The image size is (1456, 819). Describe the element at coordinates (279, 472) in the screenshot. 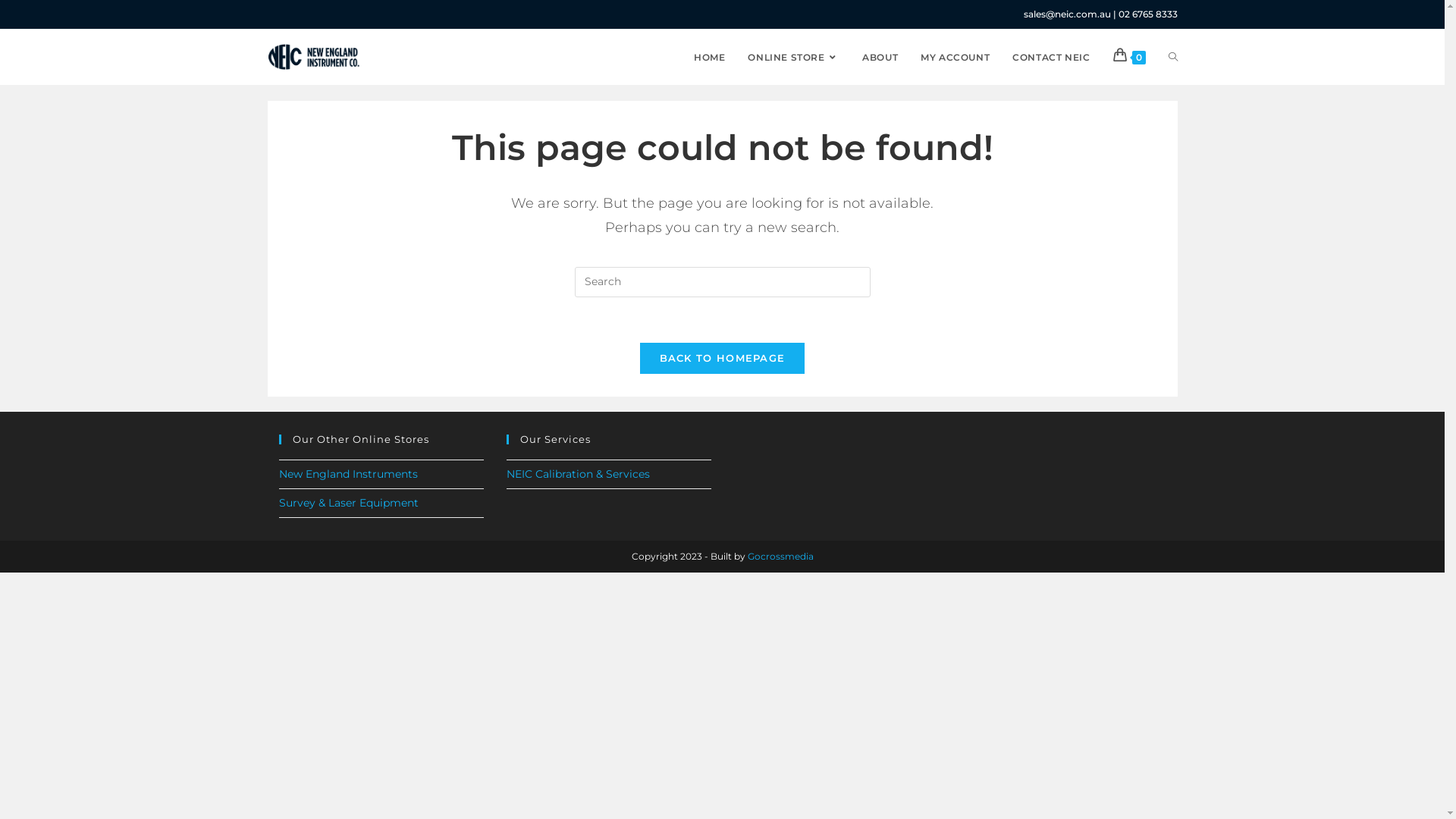

I see `'New England Instruments'` at that location.